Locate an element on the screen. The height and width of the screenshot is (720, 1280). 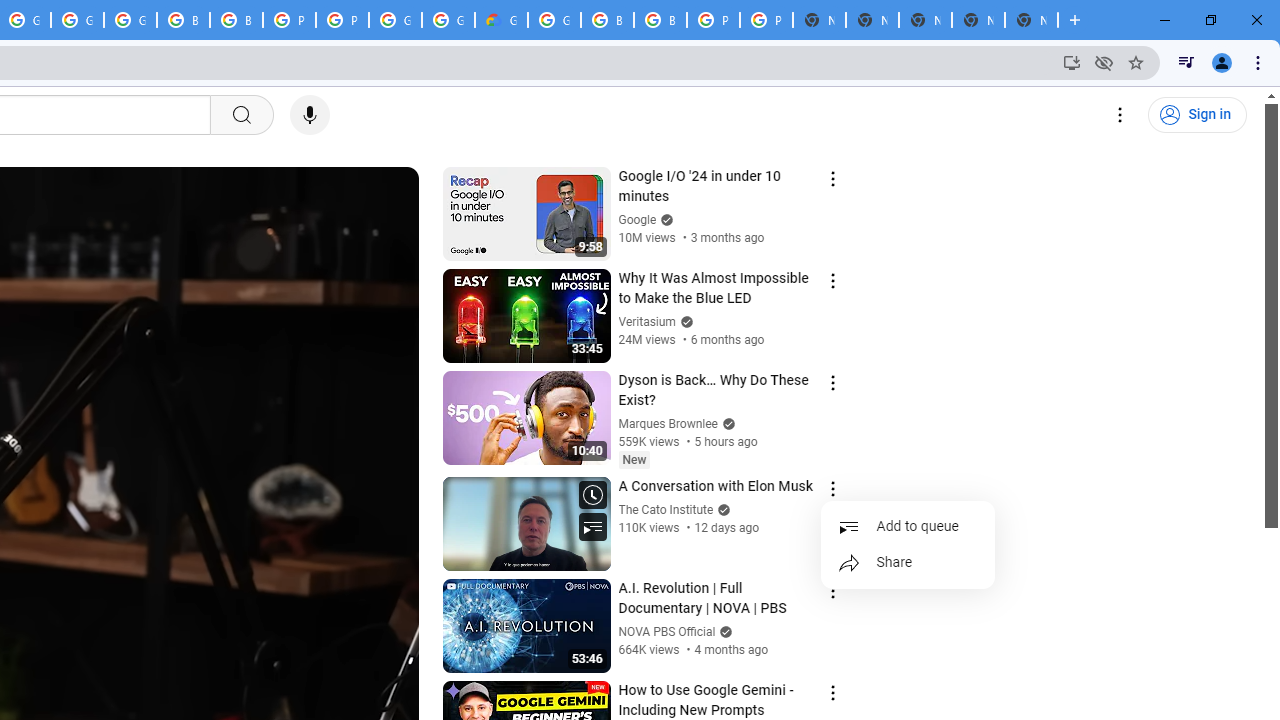
'Verified' is located at coordinates (723, 631).